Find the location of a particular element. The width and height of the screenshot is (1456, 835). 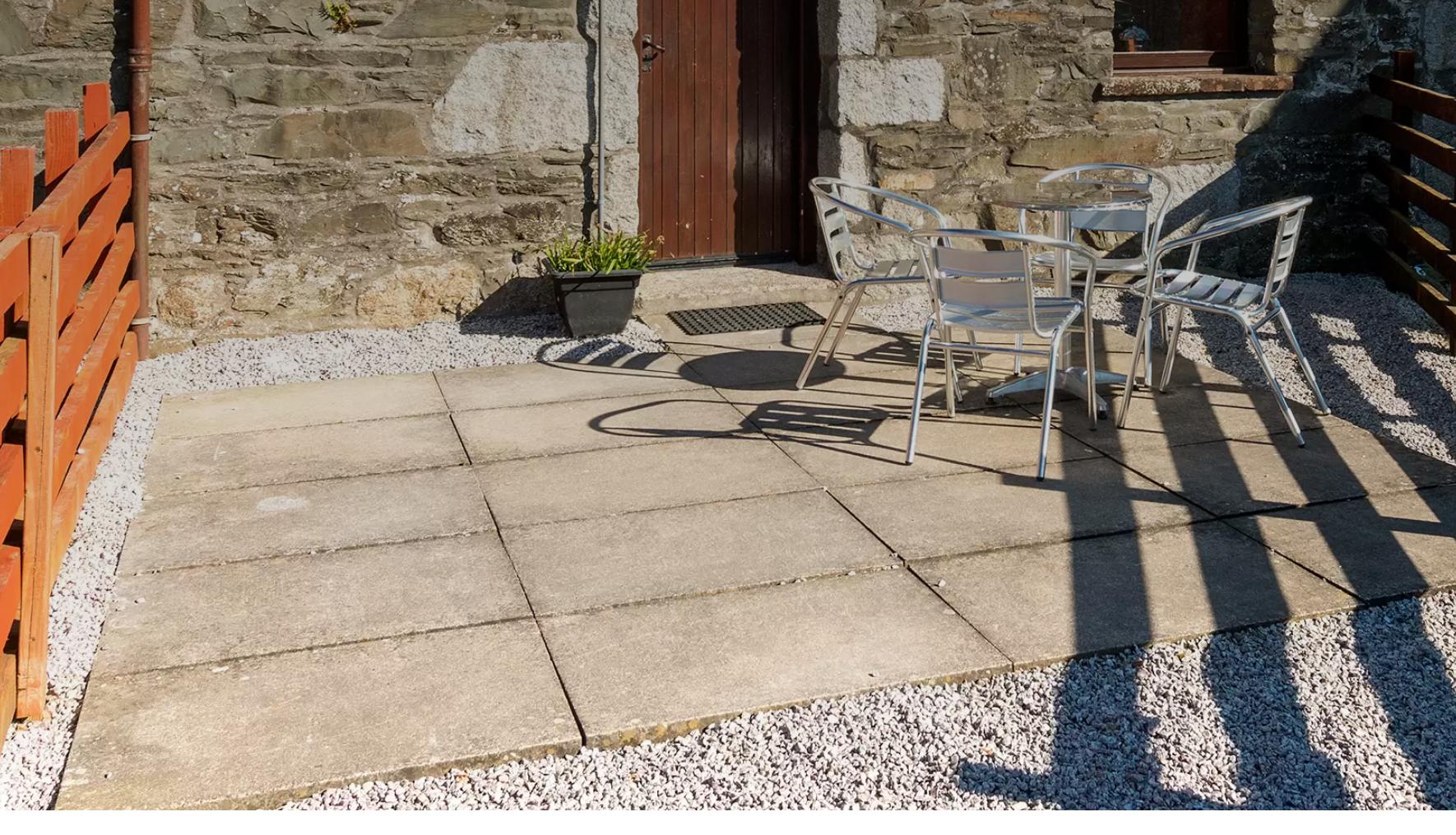

'Privacy Policy' is located at coordinates (728, 740).